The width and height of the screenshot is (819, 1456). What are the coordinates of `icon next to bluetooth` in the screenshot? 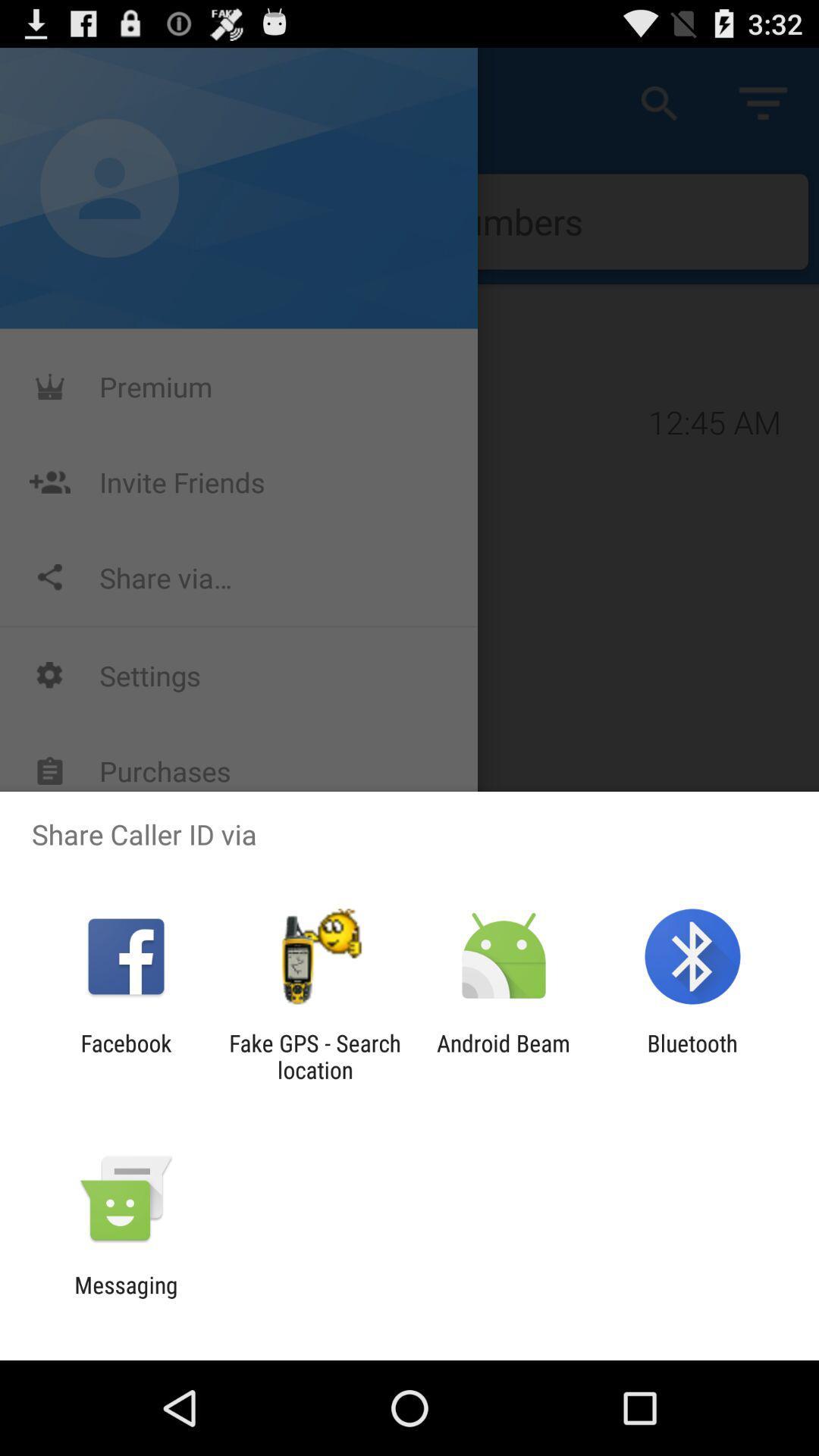 It's located at (504, 1056).